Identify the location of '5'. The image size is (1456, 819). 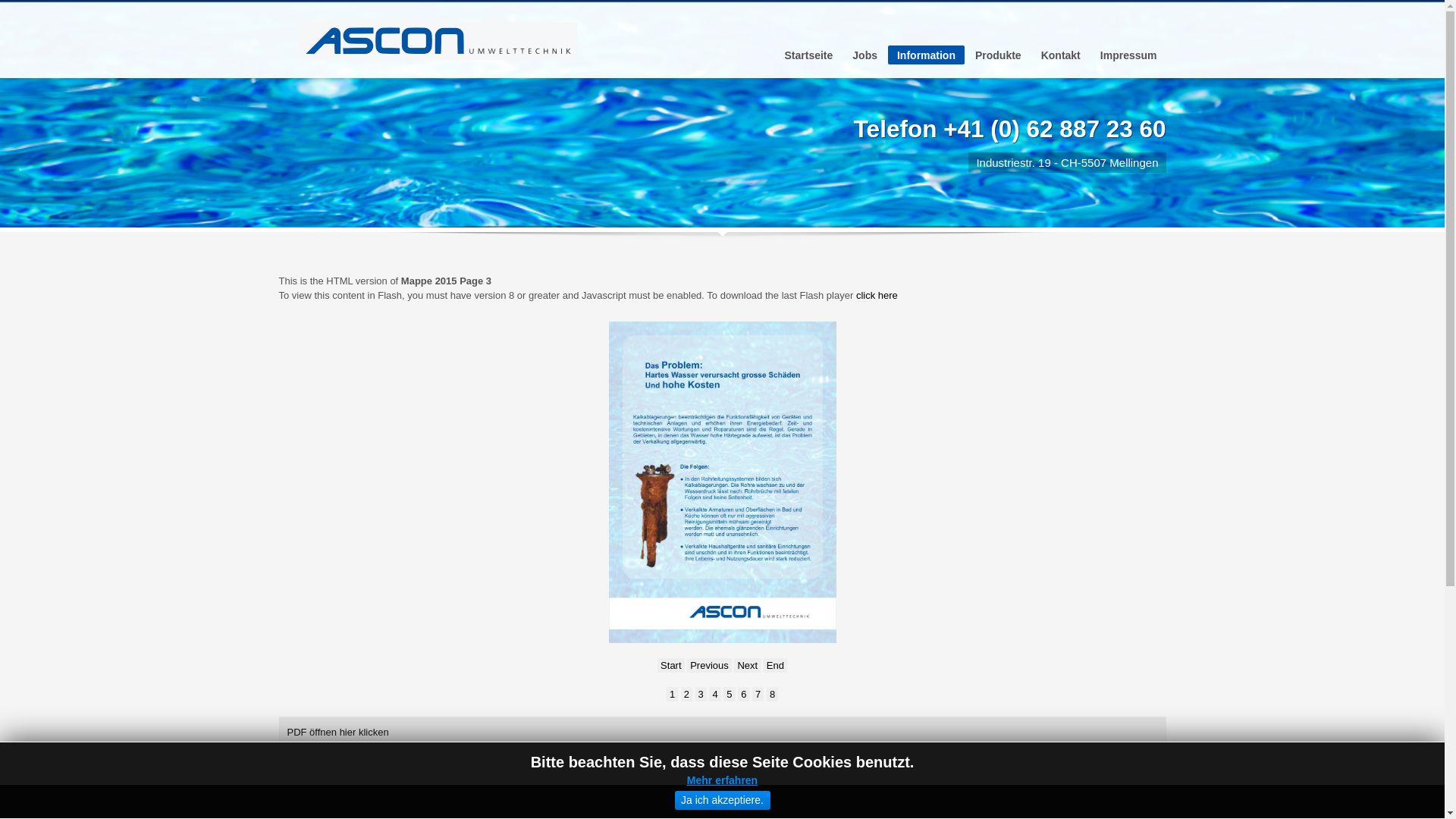
(723, 694).